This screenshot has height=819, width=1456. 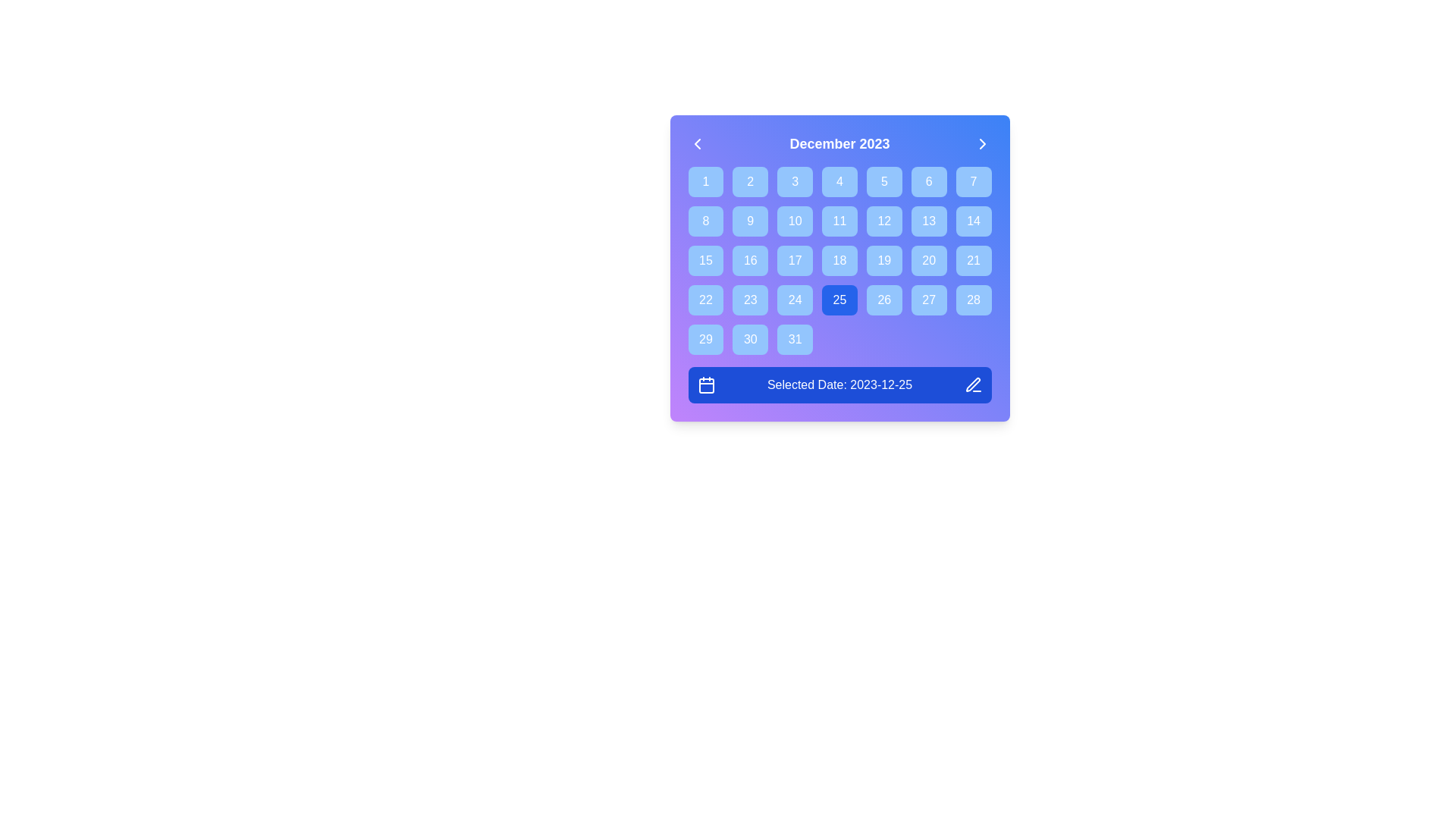 I want to click on the calendar date element representing the 14th, located in the second row and seventh column of the grid, to potentially reveal additional information, so click(x=974, y=221).